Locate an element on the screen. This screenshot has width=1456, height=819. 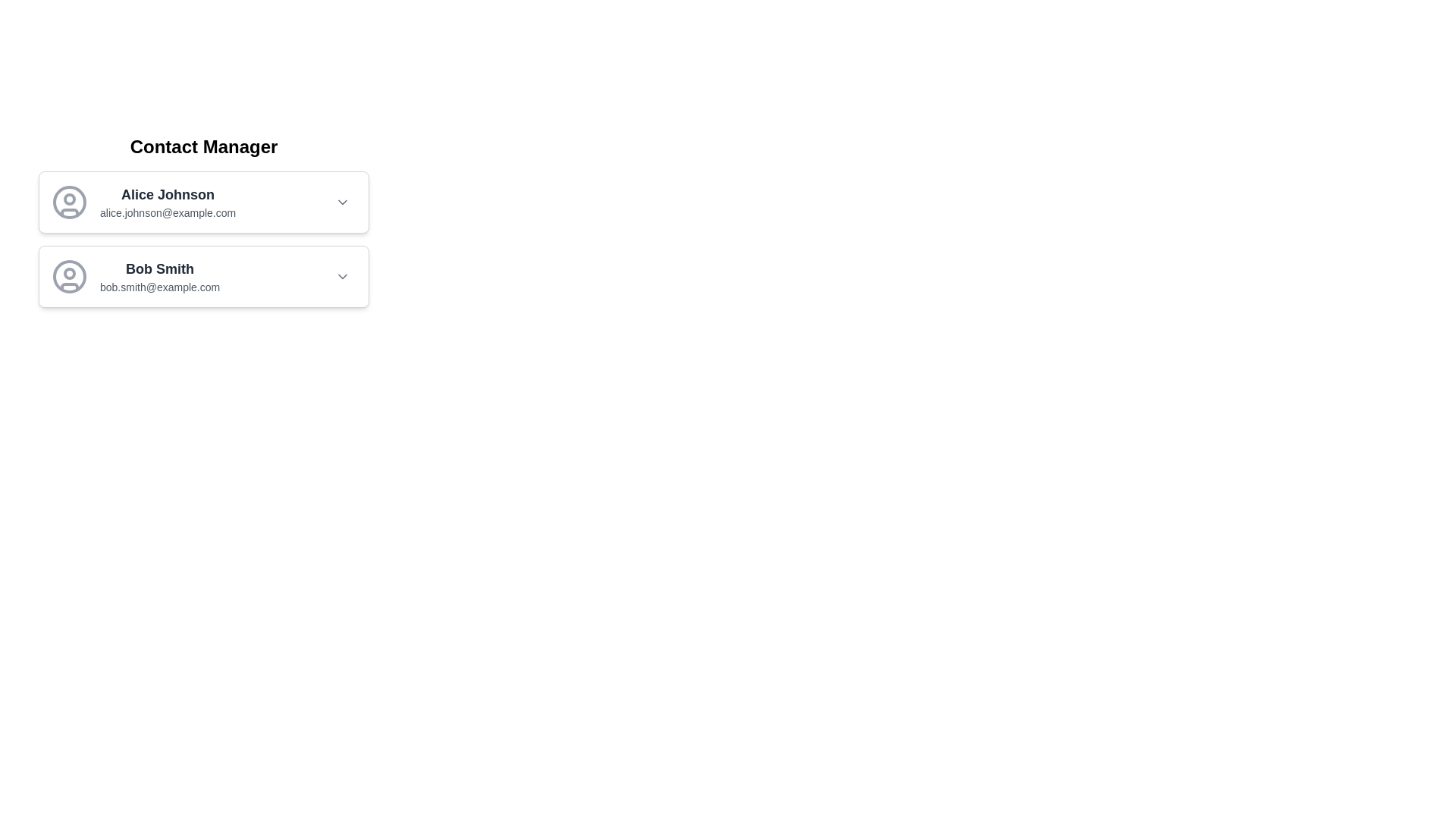
the circular outline of the user profile icon for 'Bob Smith', which is located at the beginning of the second item in the list under 'Contact Manager' is located at coordinates (68, 277).